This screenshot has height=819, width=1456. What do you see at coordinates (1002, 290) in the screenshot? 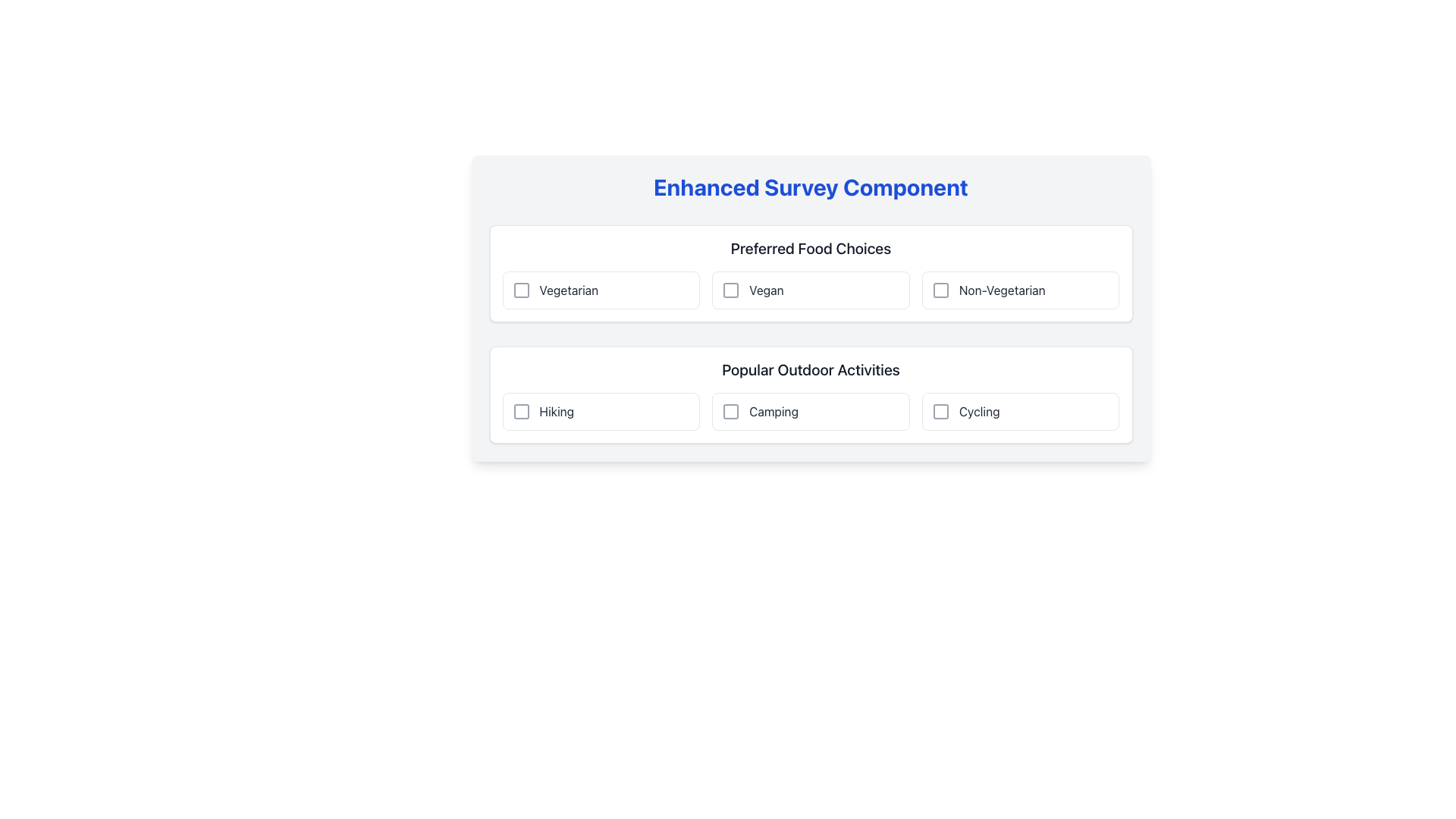
I see `the 'Non-Vegetarian' text label in the 'Preferred Food Choices' section of the survey interface` at bounding box center [1002, 290].